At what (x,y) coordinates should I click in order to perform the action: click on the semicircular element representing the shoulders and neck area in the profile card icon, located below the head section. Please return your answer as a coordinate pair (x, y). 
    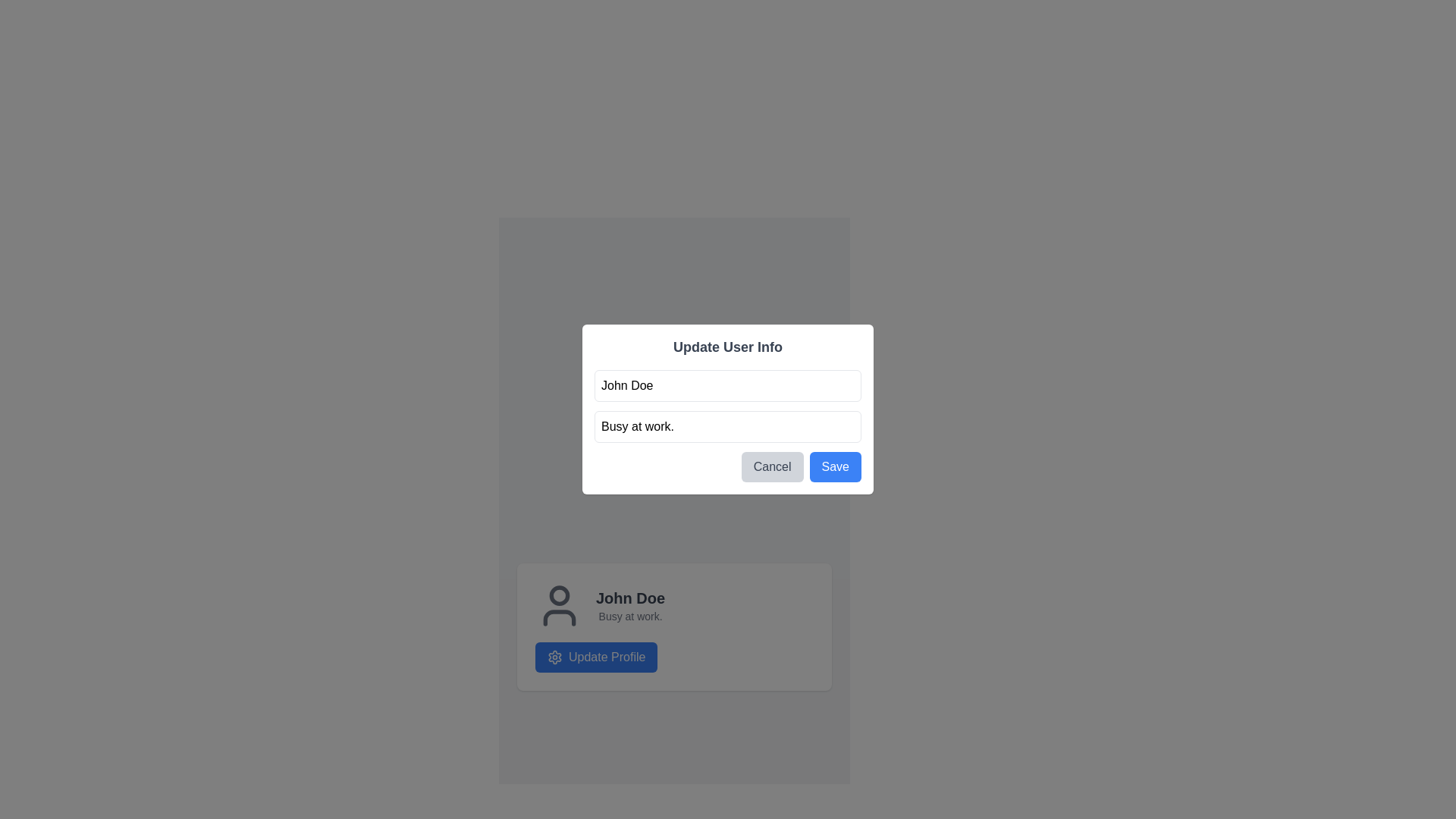
    Looking at the image, I should click on (559, 617).